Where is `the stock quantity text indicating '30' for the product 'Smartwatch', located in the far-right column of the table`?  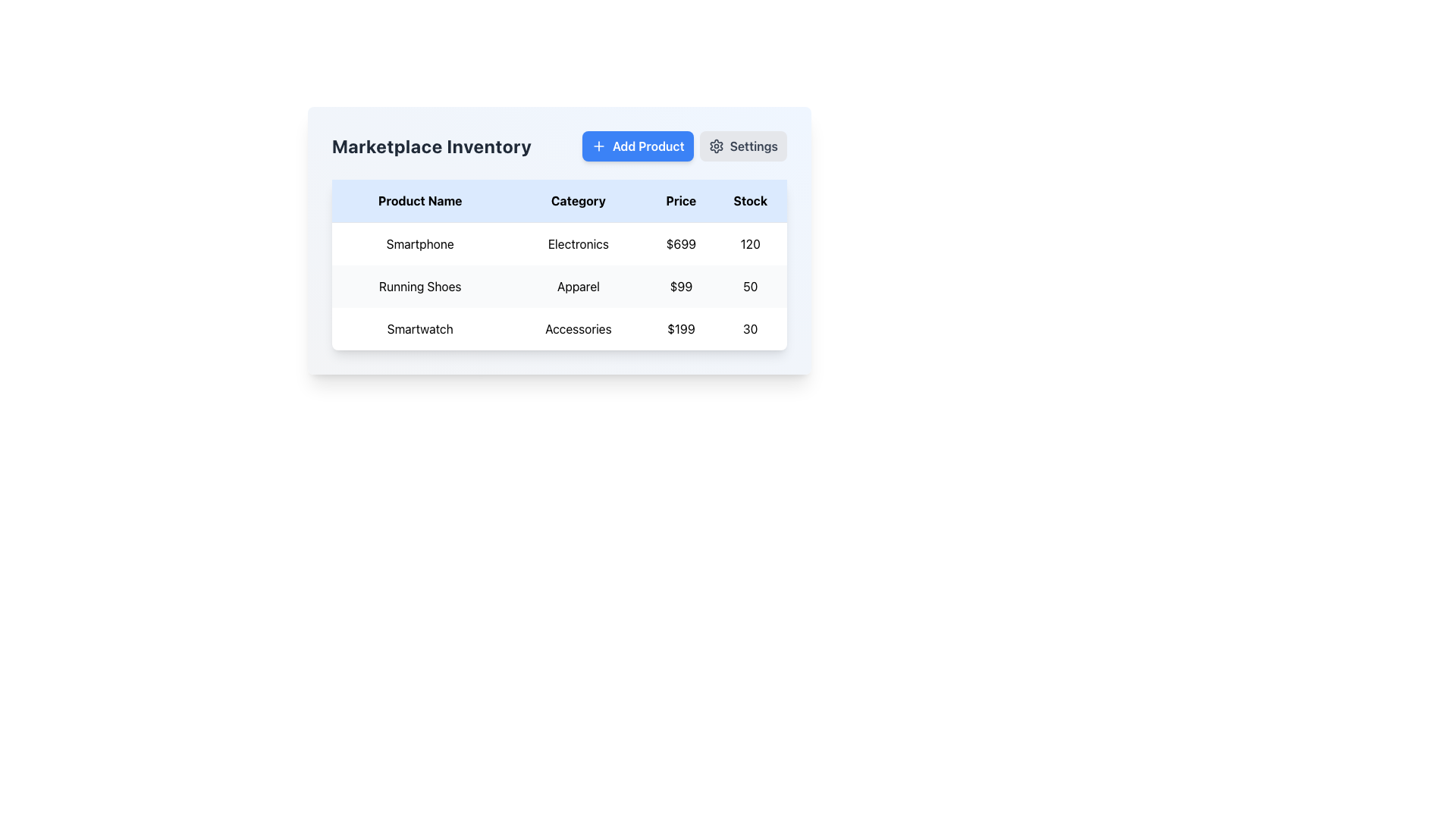 the stock quantity text indicating '30' for the product 'Smartwatch', located in the far-right column of the table is located at coordinates (750, 328).